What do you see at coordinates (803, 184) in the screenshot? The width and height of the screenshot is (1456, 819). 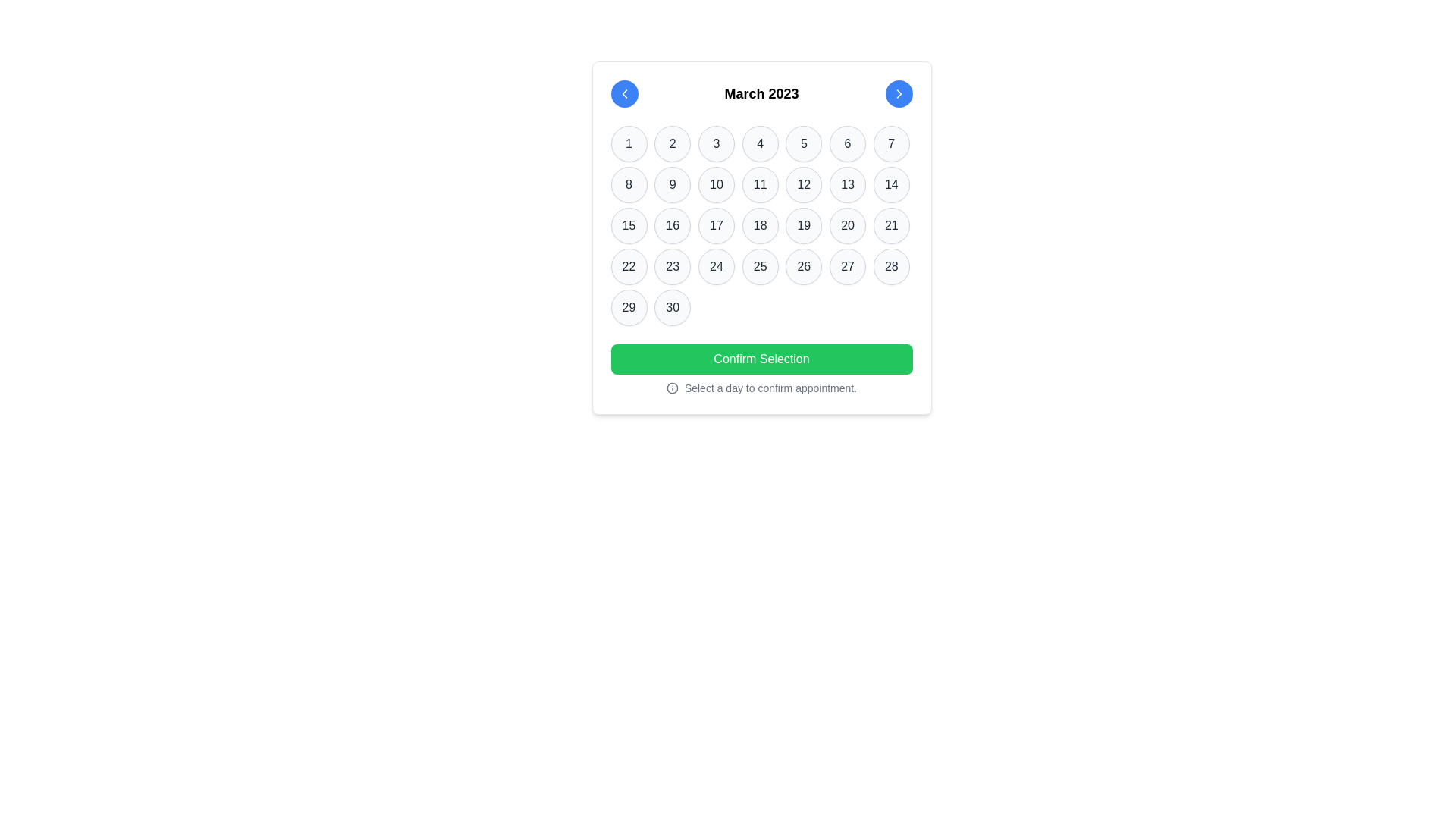 I see `the circular button labeled '12' with a light gray background` at bounding box center [803, 184].